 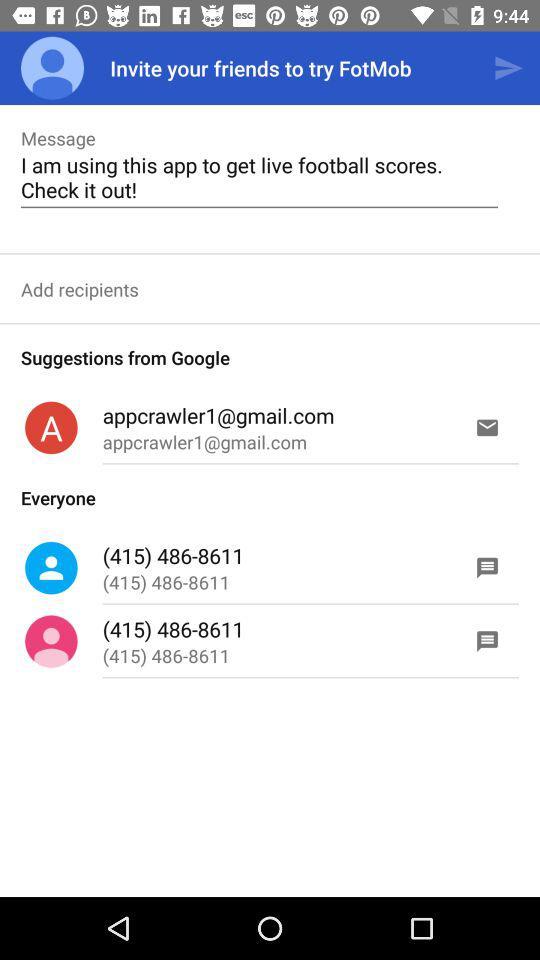 I want to click on app next to the invite your friends icon, so click(x=508, y=68).